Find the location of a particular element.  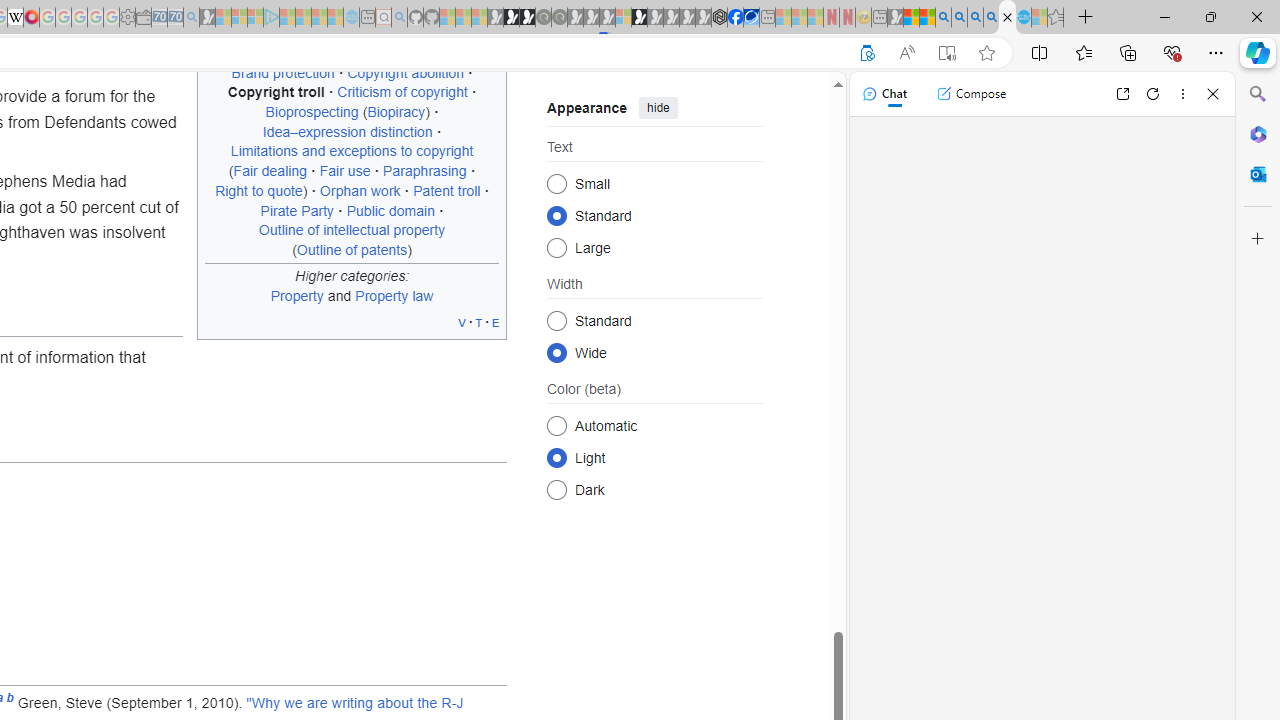

'MediaWiki' is located at coordinates (32, 17).